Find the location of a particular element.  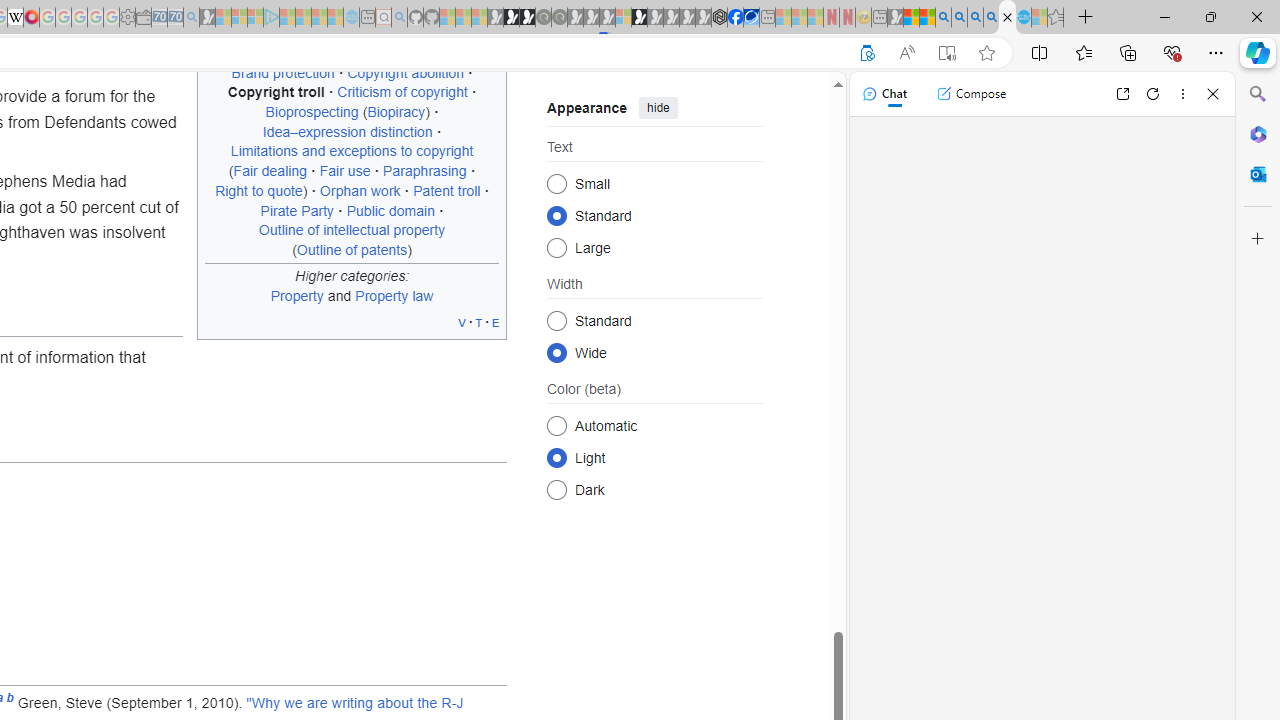

'MediaWiki' is located at coordinates (32, 17).